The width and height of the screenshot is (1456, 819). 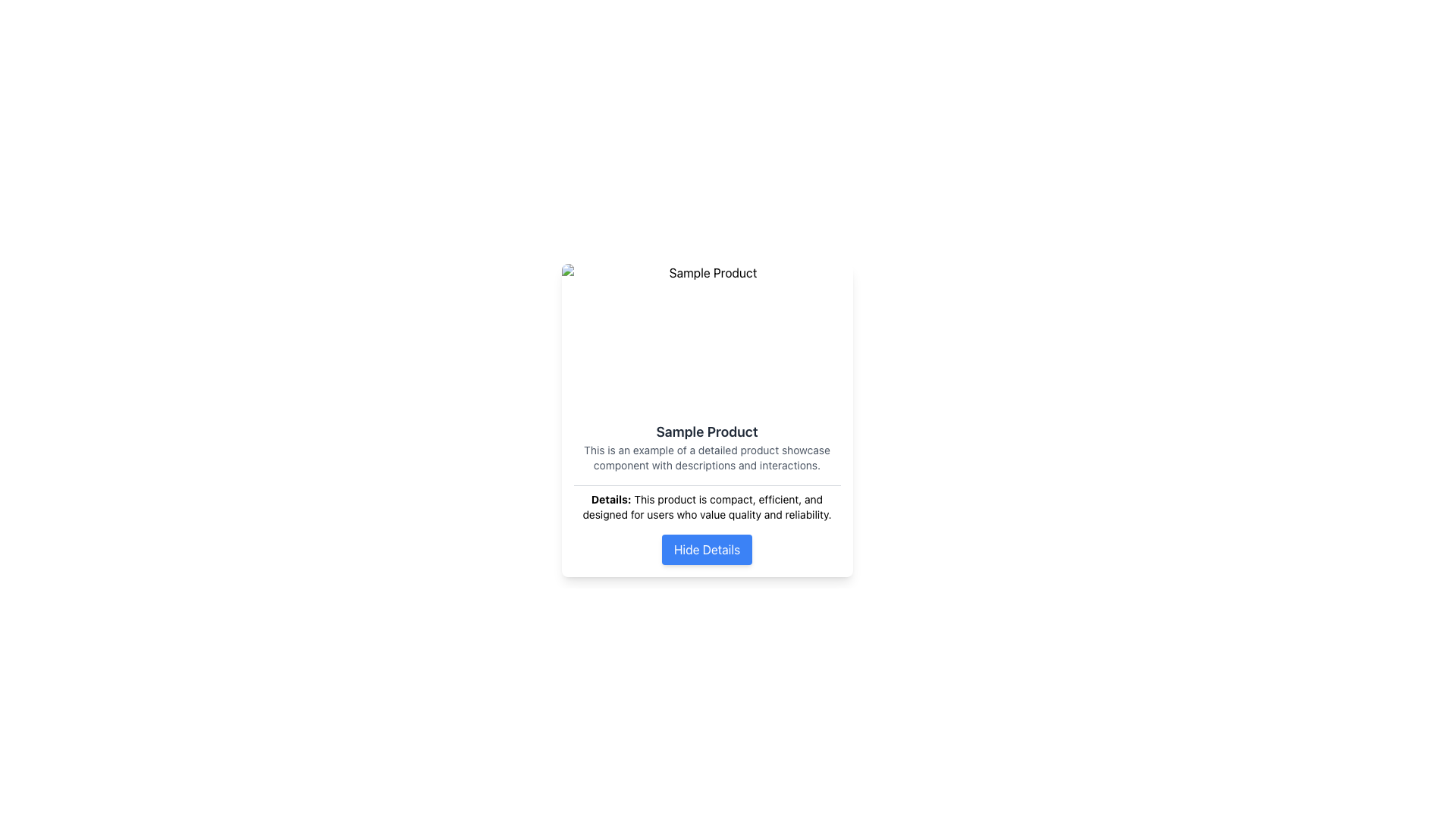 What do you see at coordinates (706, 550) in the screenshot?
I see `the button that toggles the visibility of the details section to change its appearance` at bounding box center [706, 550].